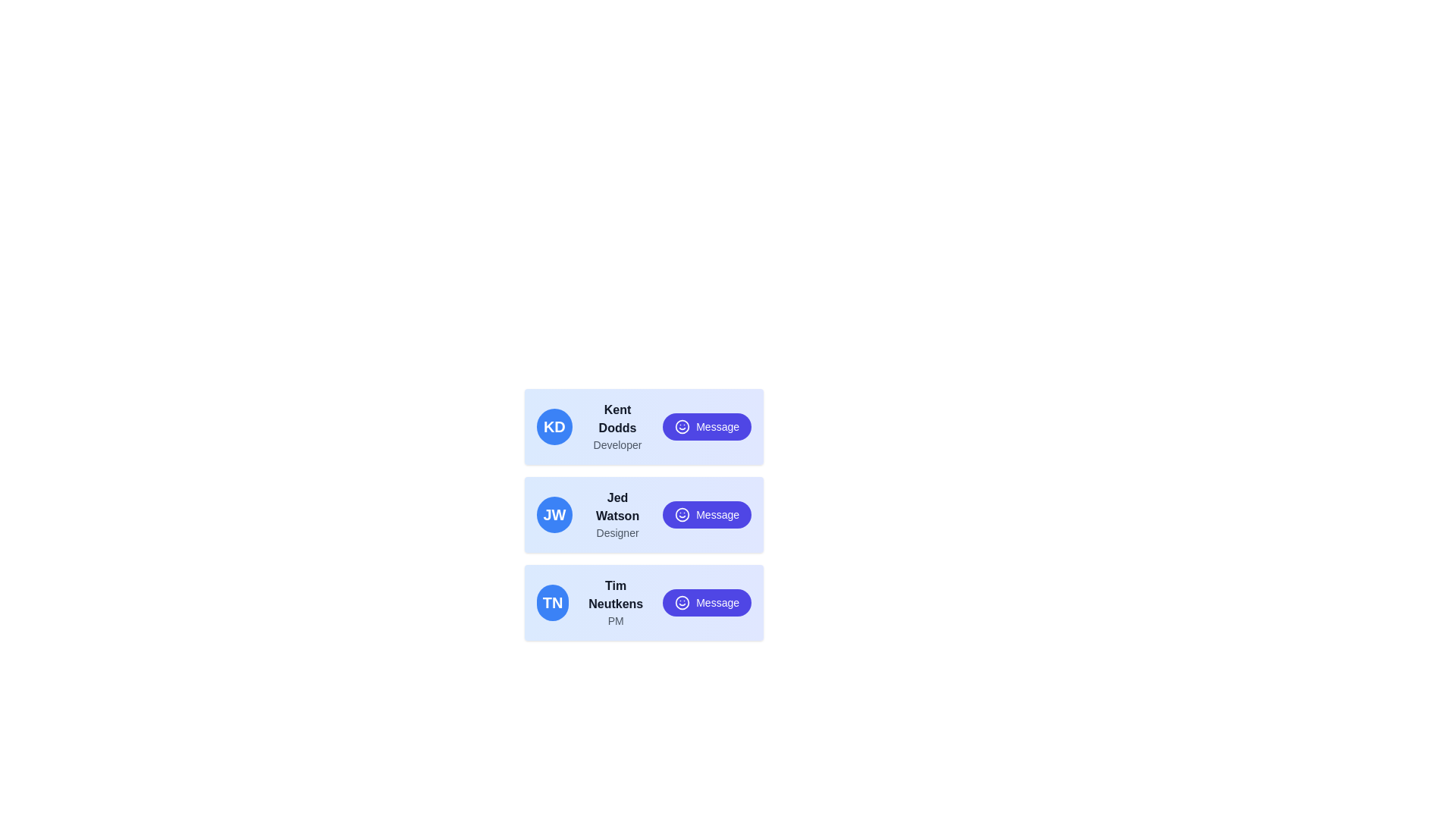 The image size is (1456, 819). Describe the element at coordinates (616, 601) in the screenshot. I see `the text block containing the name 'Tim Neutkens' and the role 'PM' in the third card of the vertically stacked group` at that location.